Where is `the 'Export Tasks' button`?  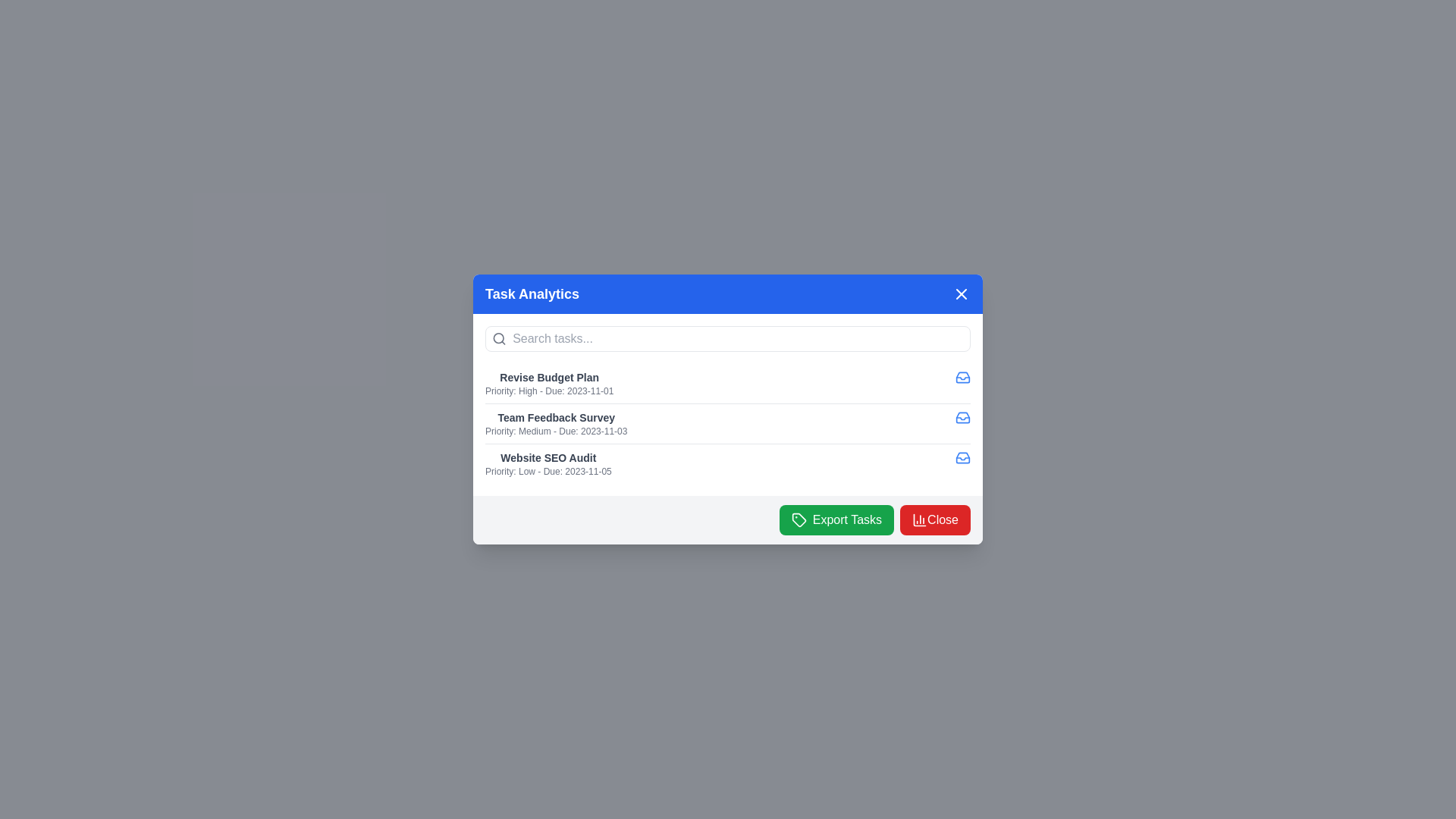
the 'Export Tasks' button is located at coordinates (836, 519).